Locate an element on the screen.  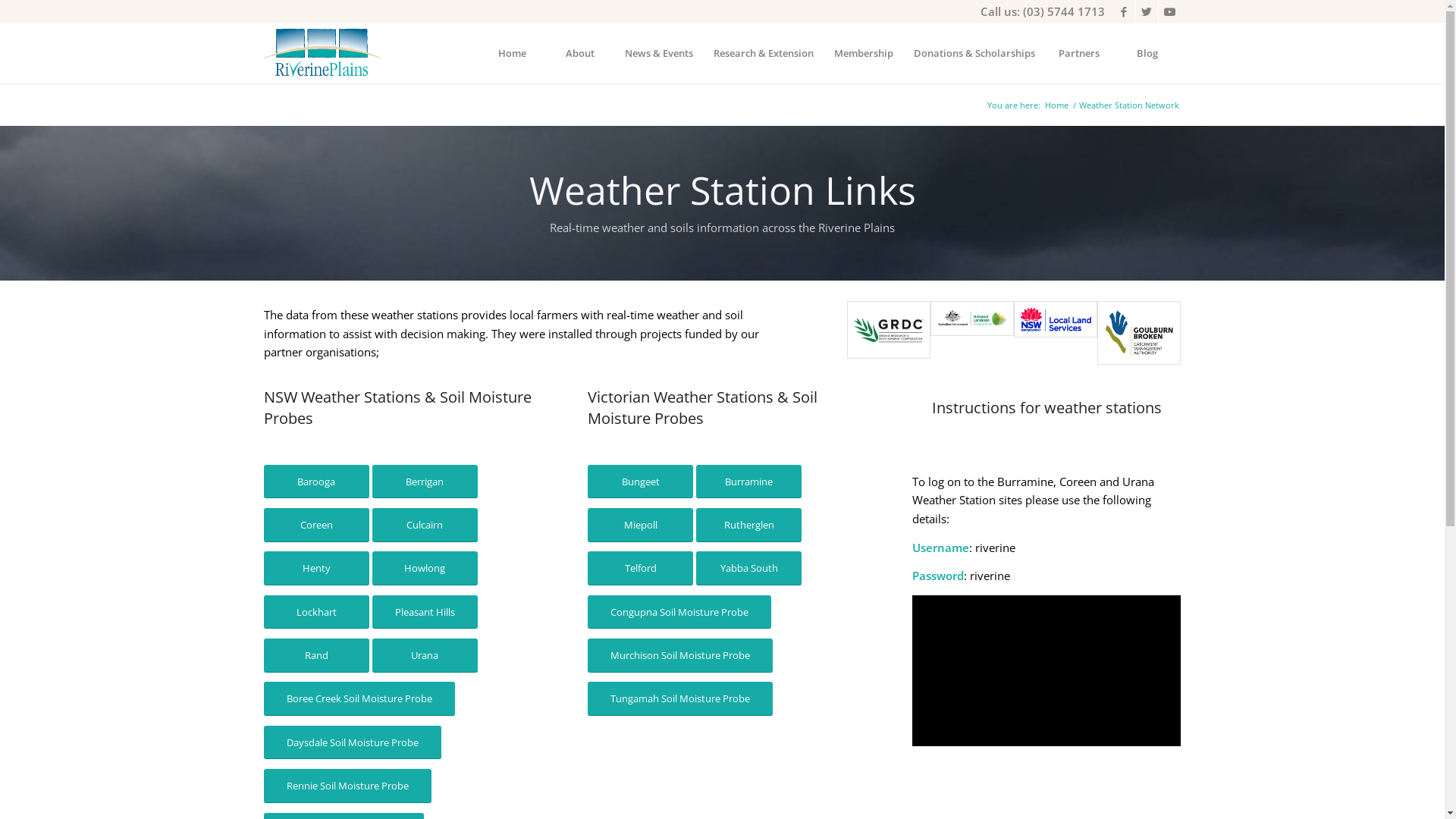
'Coreen' is located at coordinates (315, 524).